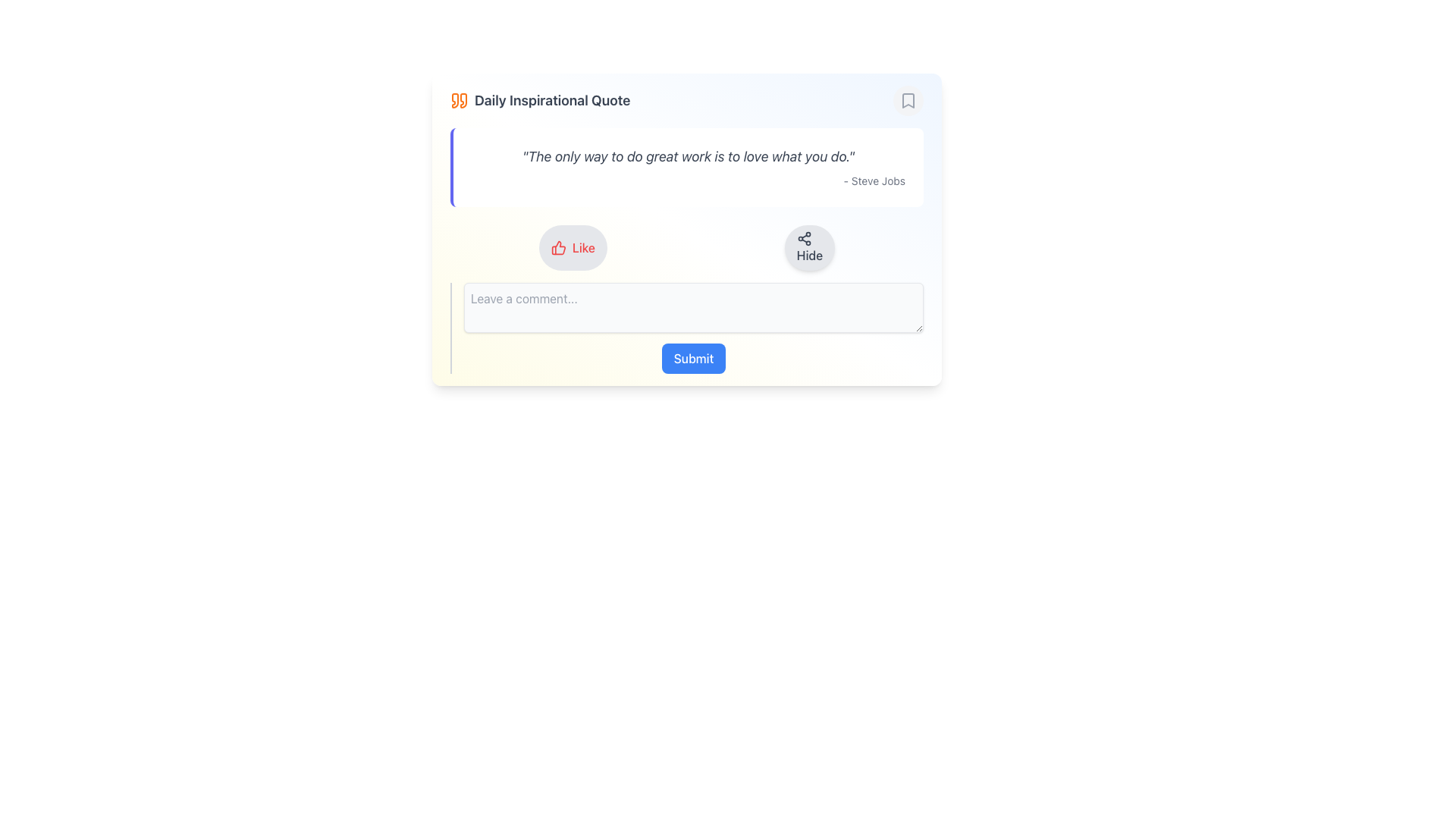 The height and width of the screenshot is (819, 1456). Describe the element at coordinates (908, 100) in the screenshot. I see `the bookmark-shaped icon located in the top-right corner of the card displaying the 'Daily Inspirational Quote' to bookmark the content` at that location.